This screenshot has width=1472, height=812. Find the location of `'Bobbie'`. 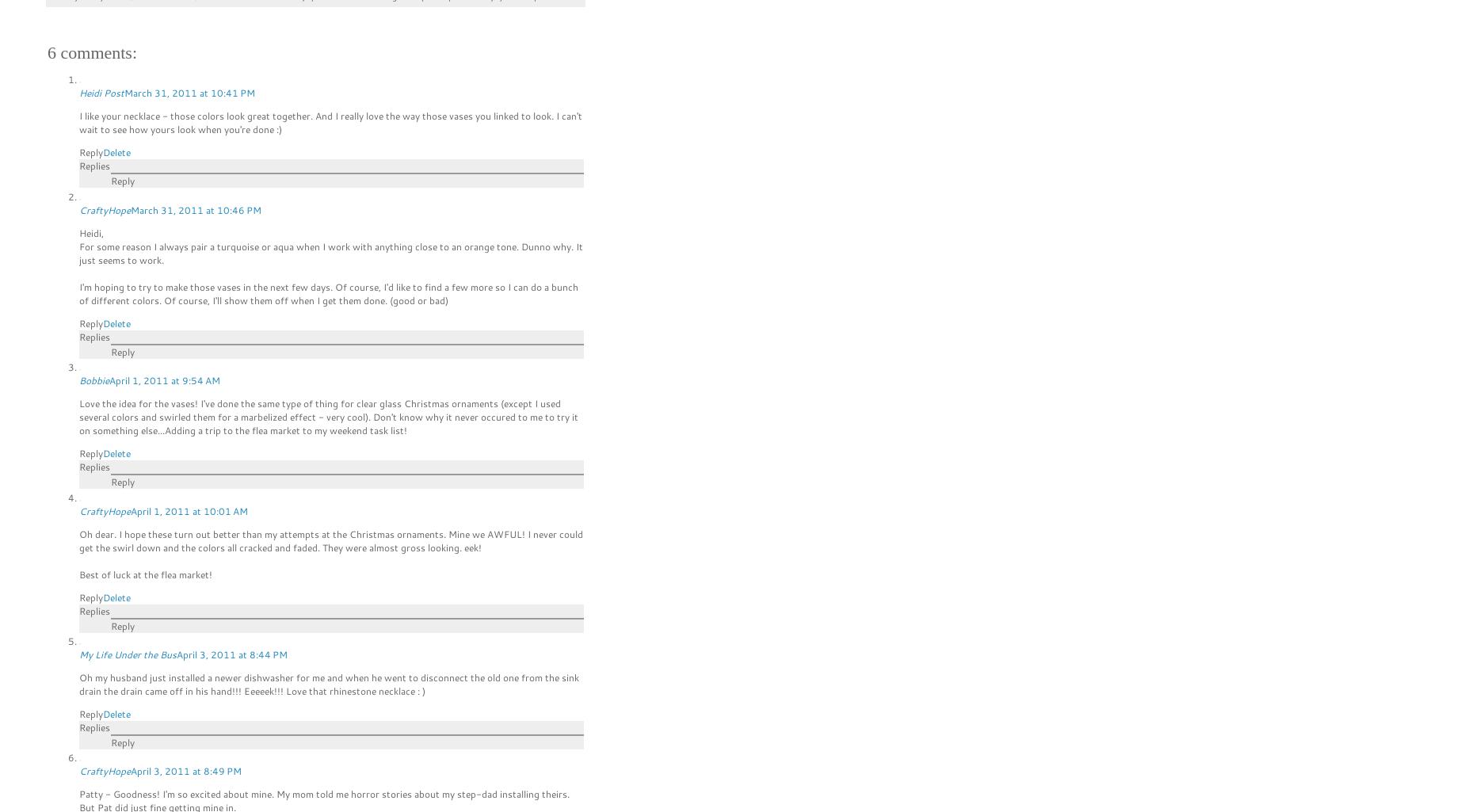

'Bobbie' is located at coordinates (93, 380).